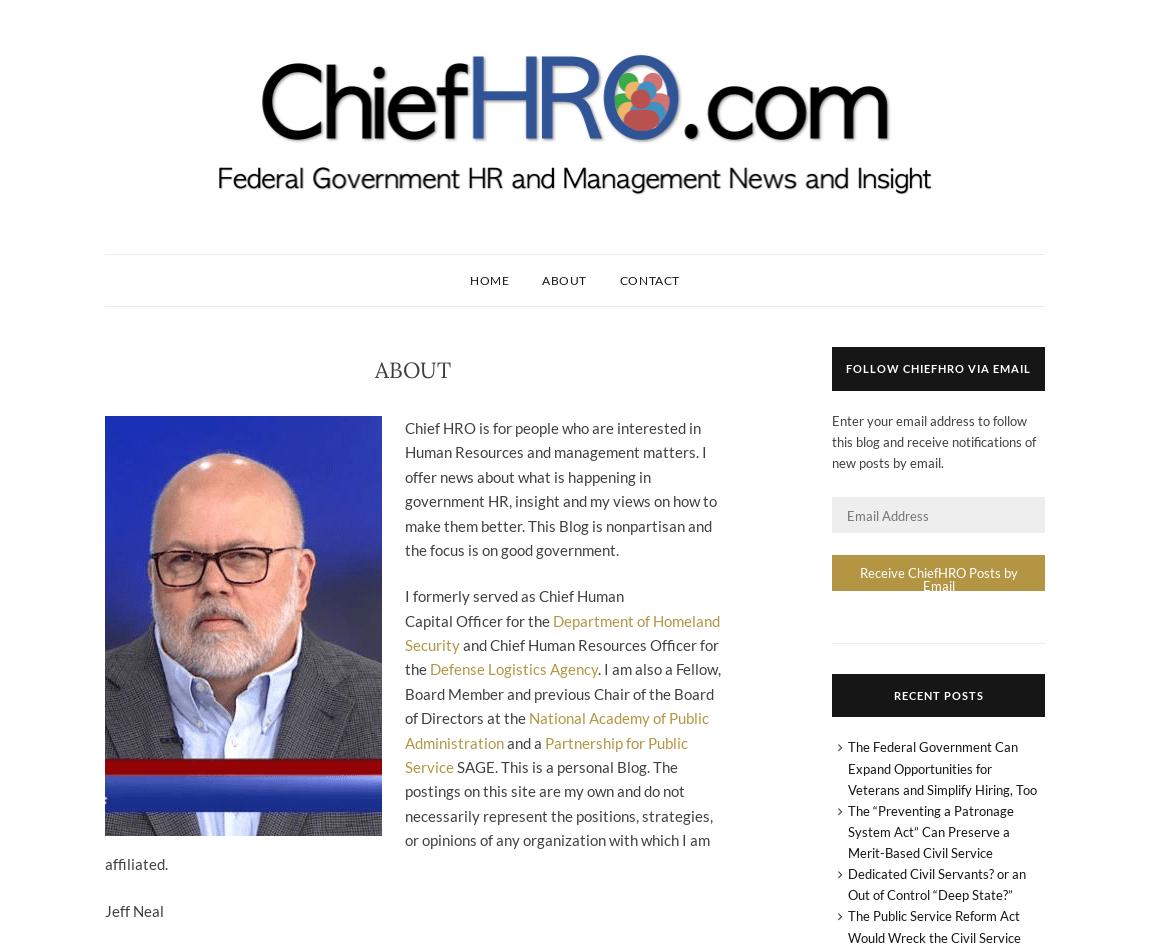  What do you see at coordinates (938, 577) in the screenshot?
I see `'Receive ChiefHRO Posts by Email'` at bounding box center [938, 577].